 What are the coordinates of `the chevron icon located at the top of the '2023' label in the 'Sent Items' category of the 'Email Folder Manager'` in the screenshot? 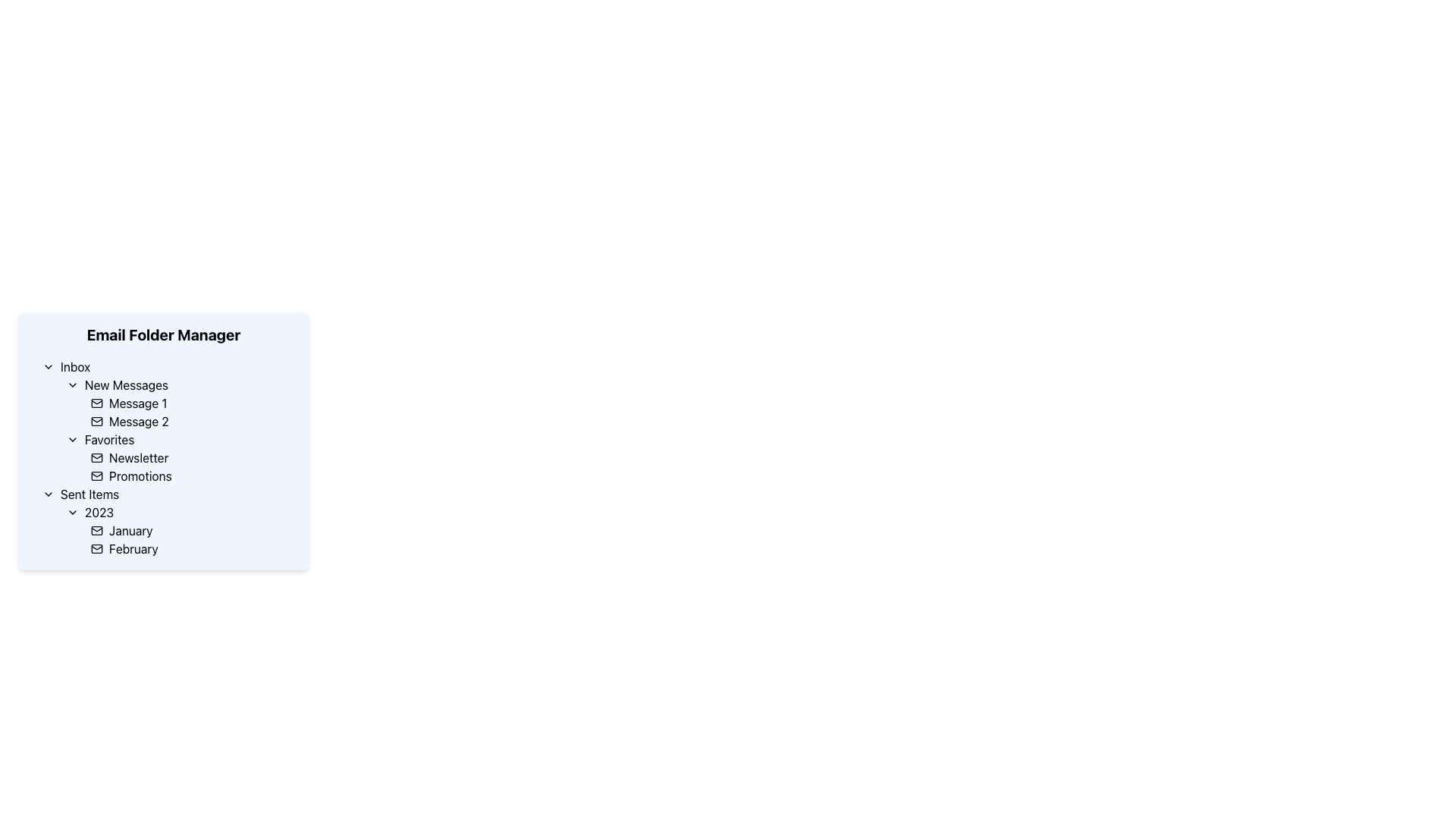 It's located at (72, 512).